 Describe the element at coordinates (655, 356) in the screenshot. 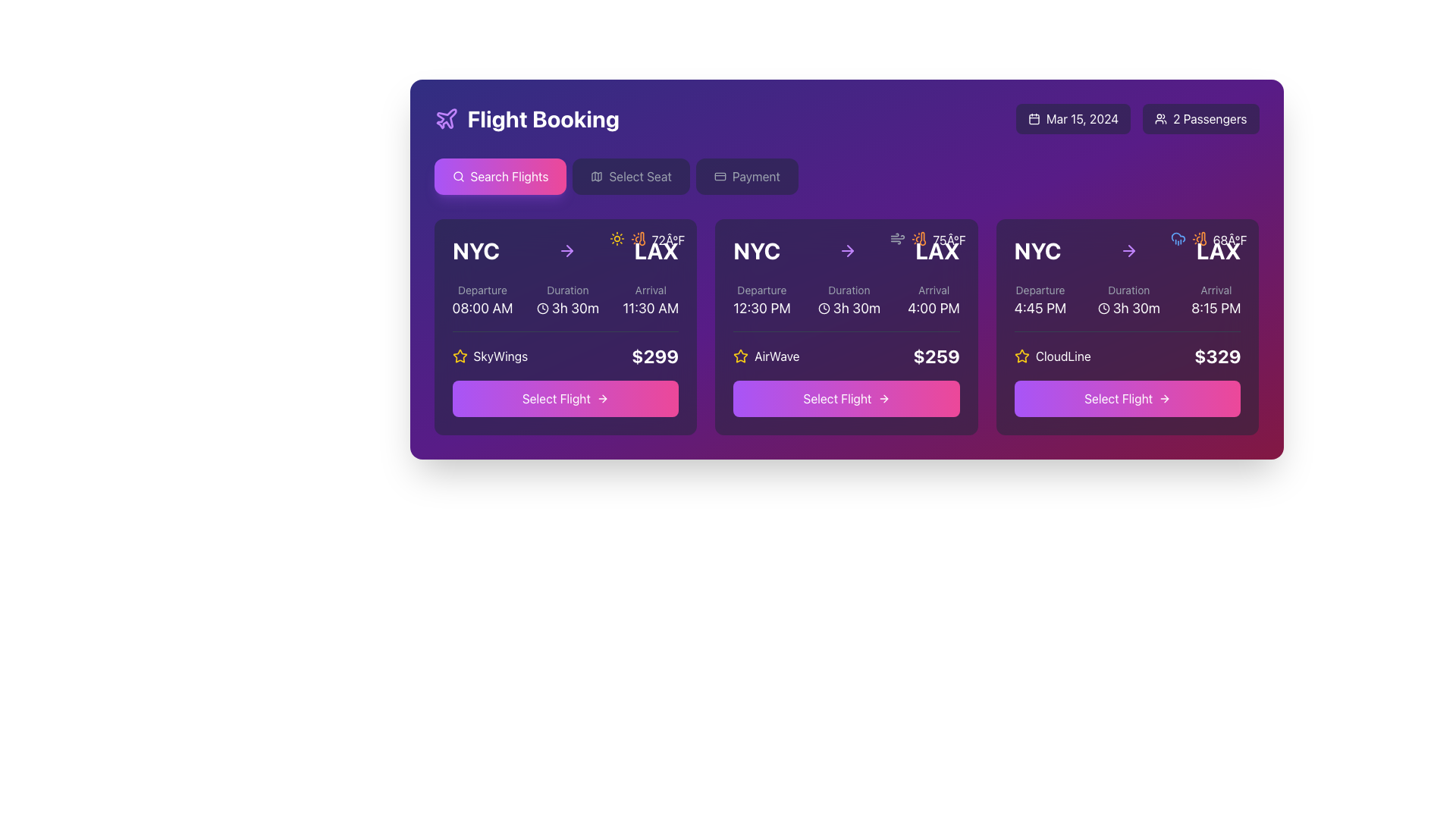

I see `the flight price information displayed in the text label located in the bottom right section of the first flight card` at that location.